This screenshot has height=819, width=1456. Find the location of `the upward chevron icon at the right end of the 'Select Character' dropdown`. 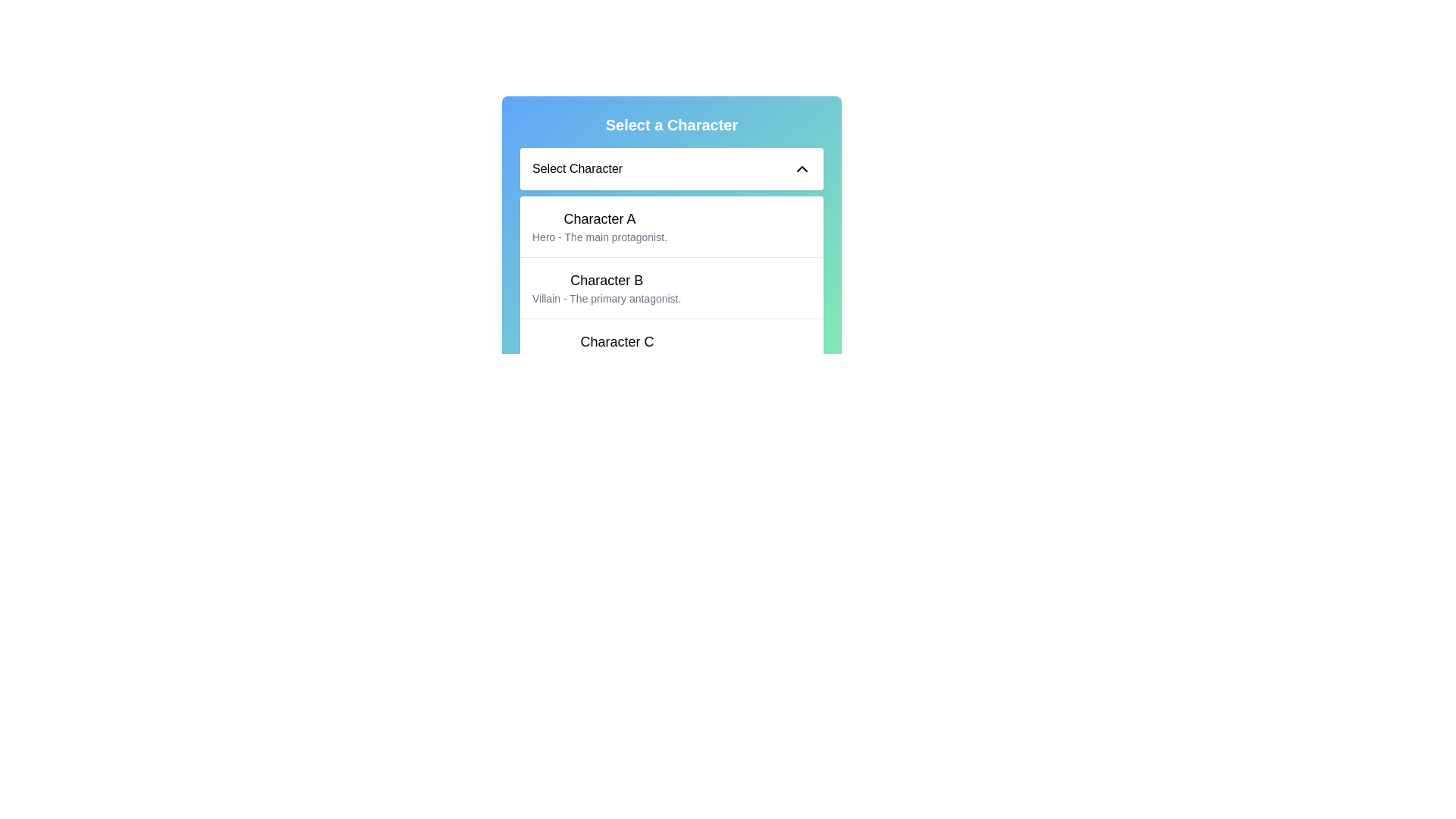

the upward chevron icon at the right end of the 'Select Character' dropdown is located at coordinates (801, 169).